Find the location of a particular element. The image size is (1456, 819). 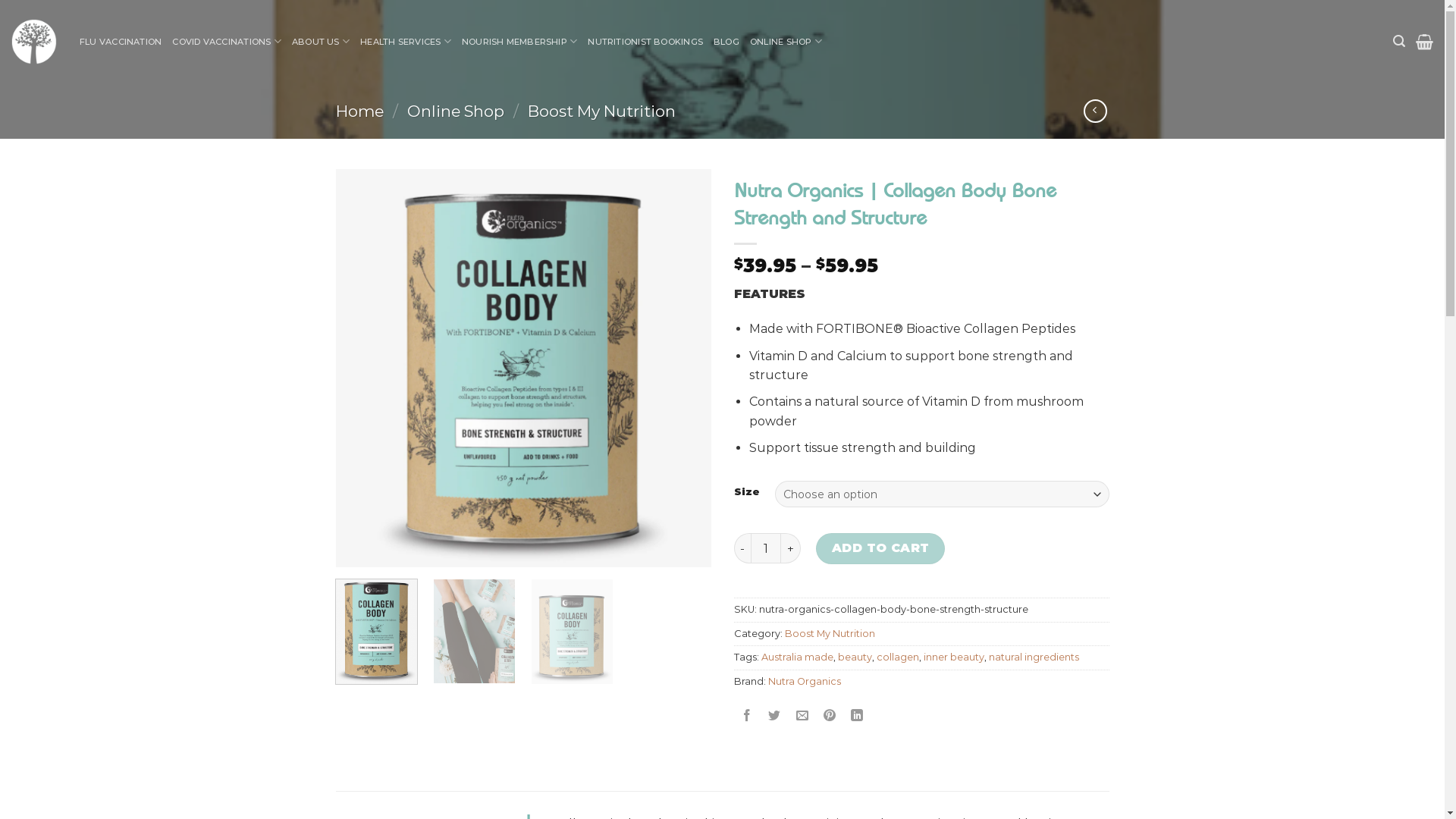

'Boost My Nutrition' is located at coordinates (828, 633).